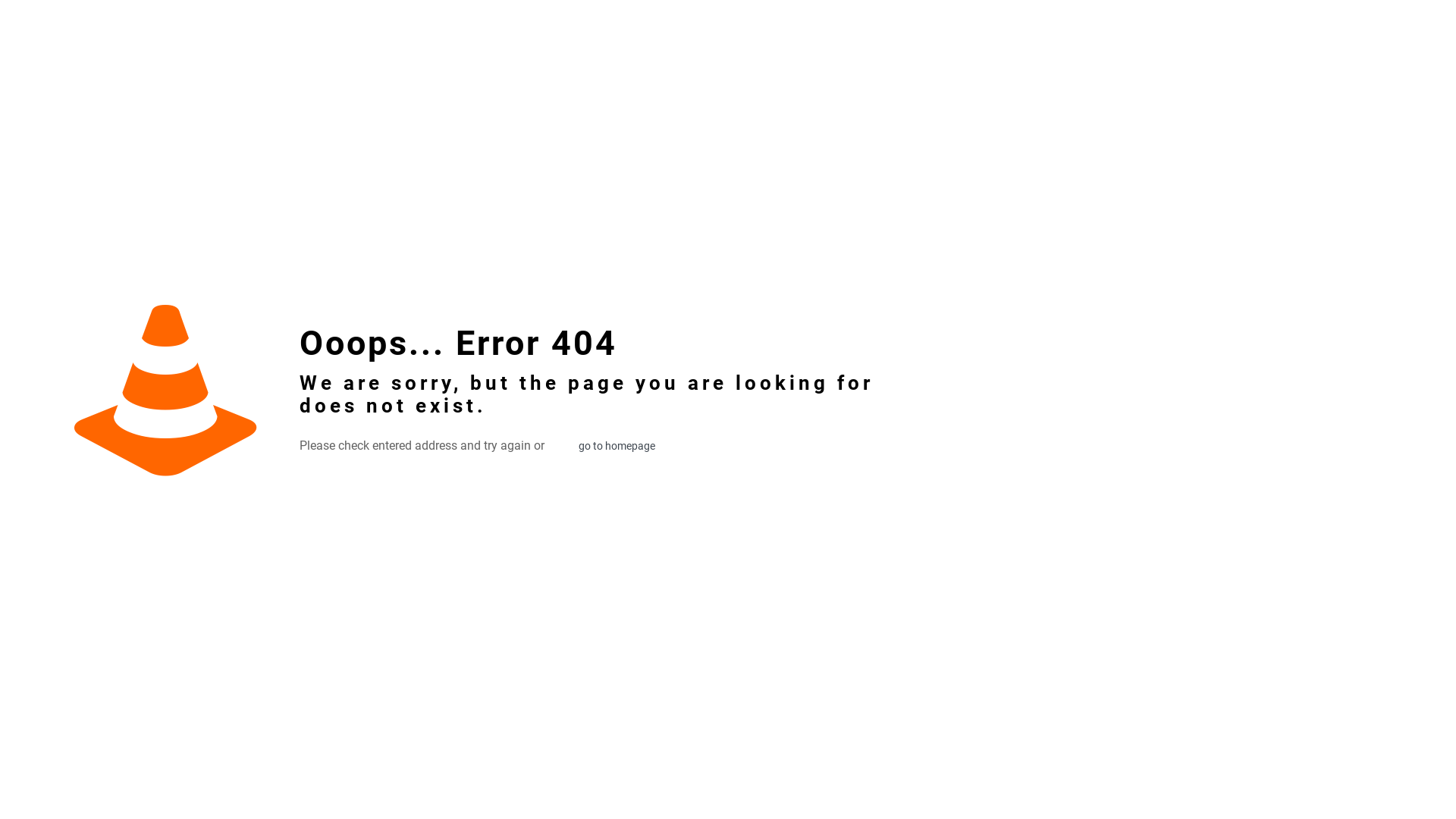 The image size is (1456, 819). Describe the element at coordinates (617, 444) in the screenshot. I see `'go to homepage'` at that location.